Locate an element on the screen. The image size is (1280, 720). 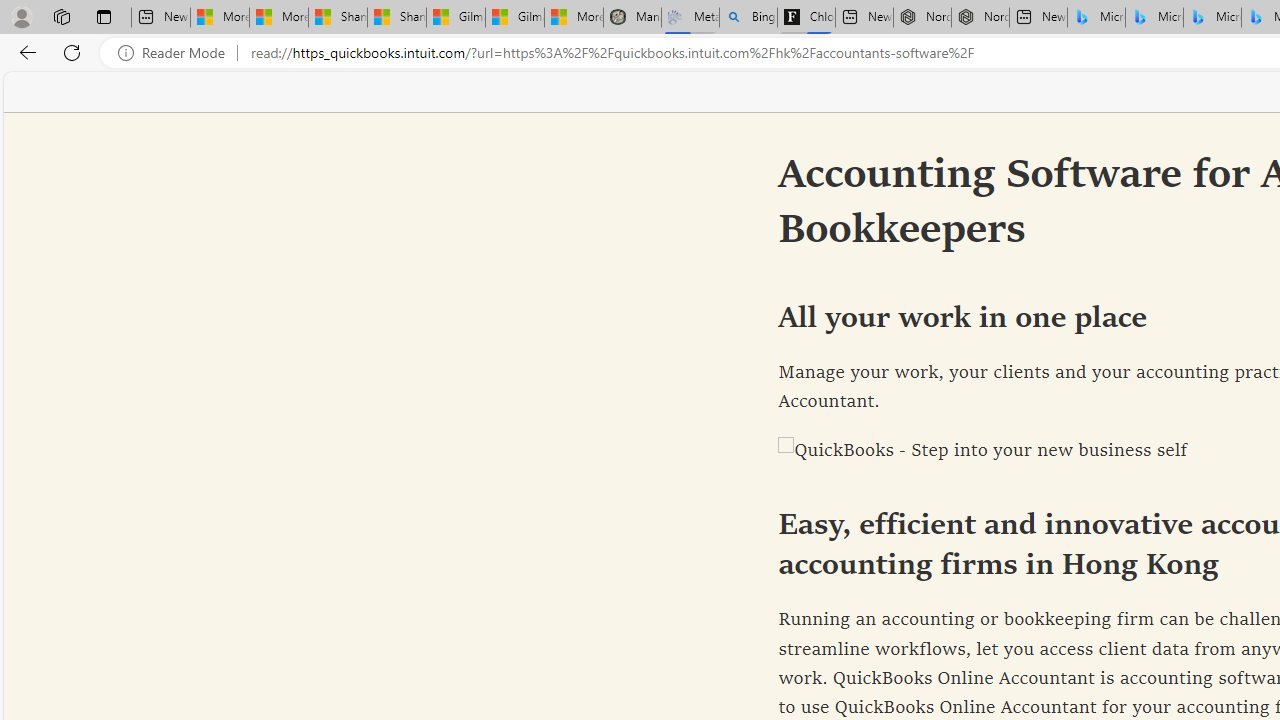
'Chloe Sorvino' is located at coordinates (806, 17).